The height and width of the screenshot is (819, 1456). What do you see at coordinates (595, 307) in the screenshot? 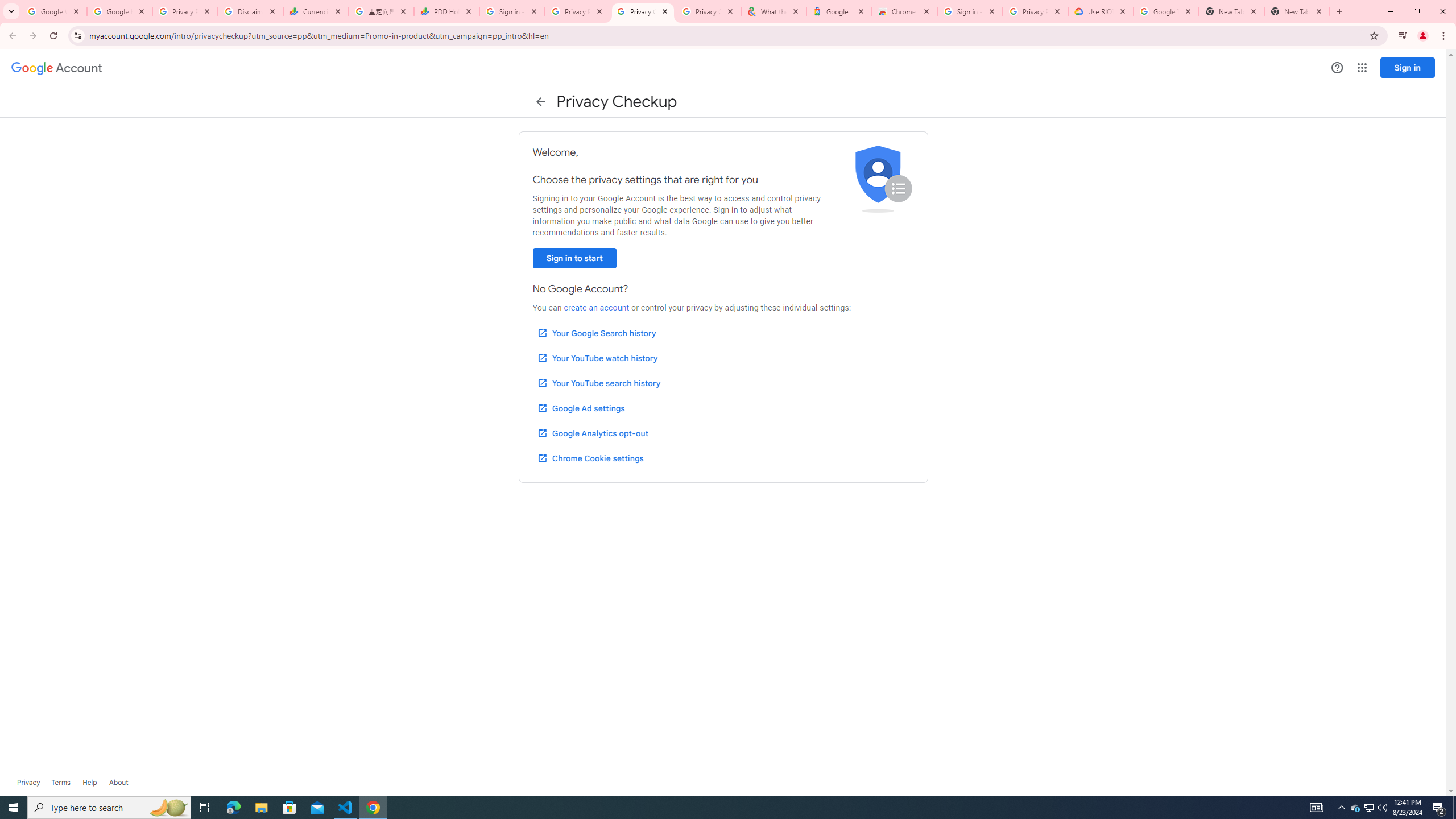
I see `'create an account'` at bounding box center [595, 307].